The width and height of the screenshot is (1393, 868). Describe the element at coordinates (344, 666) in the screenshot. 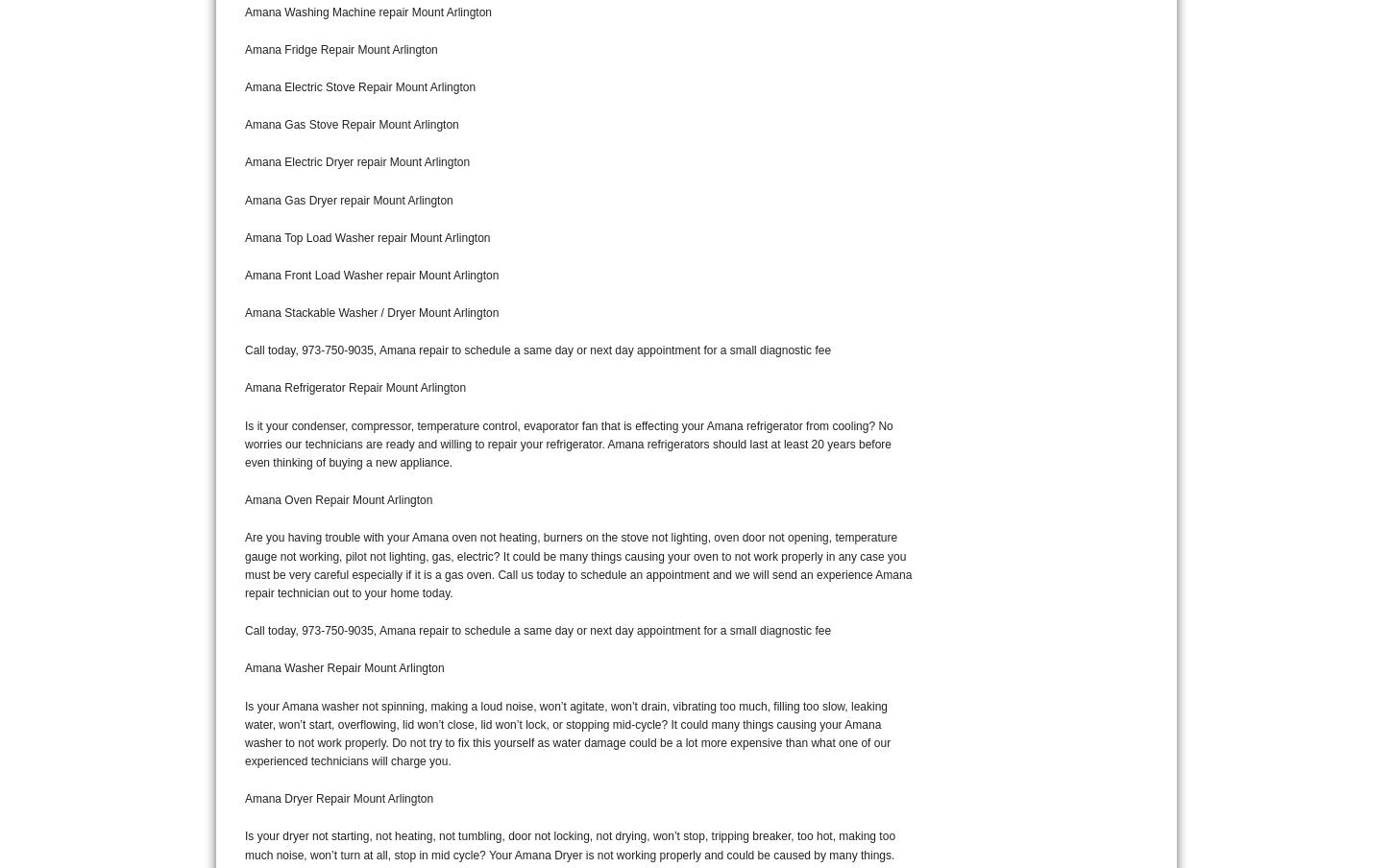

I see `'Amana Washer Repair Mount Arlington'` at that location.